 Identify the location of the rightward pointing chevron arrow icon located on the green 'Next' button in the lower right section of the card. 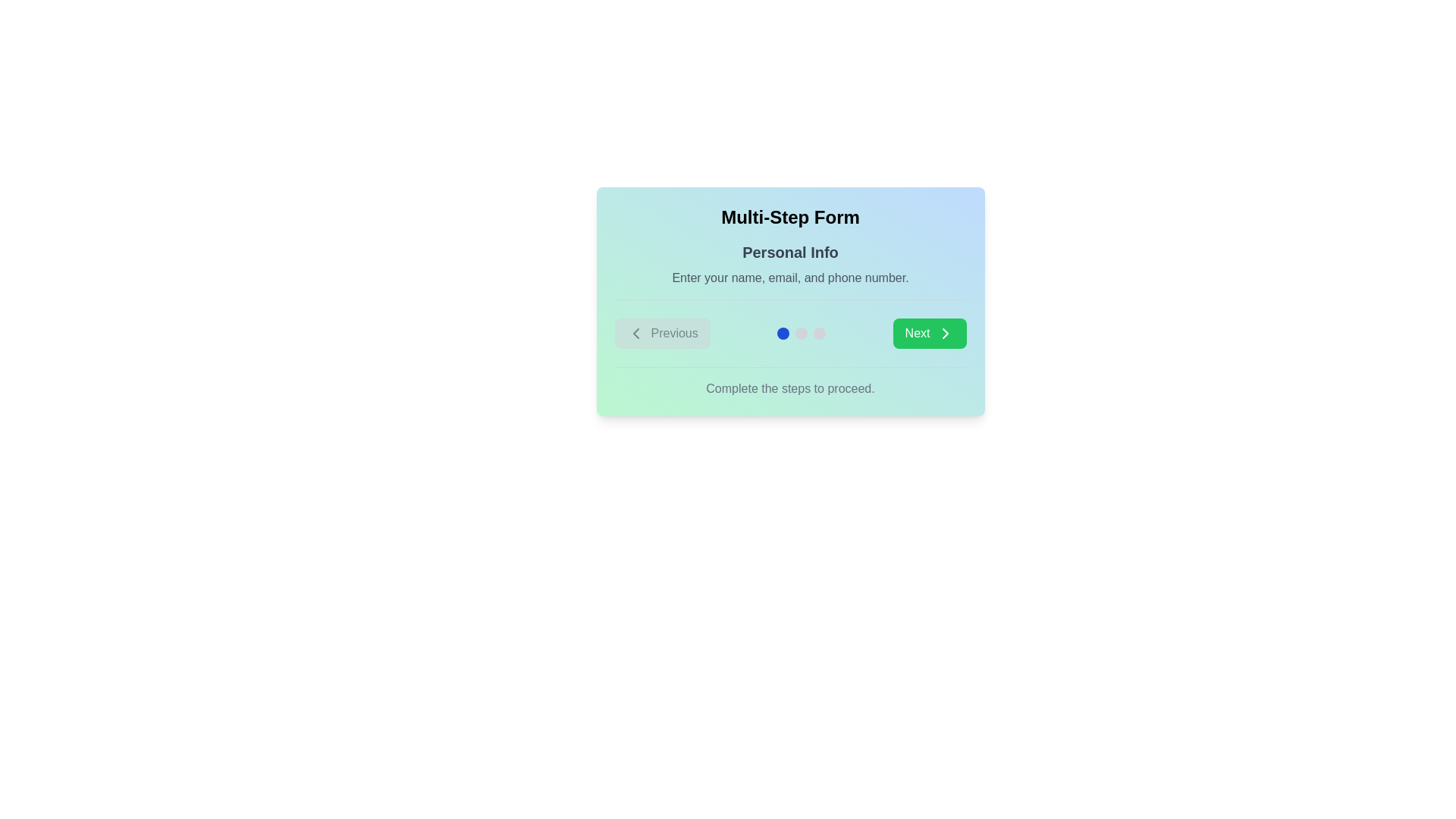
(944, 332).